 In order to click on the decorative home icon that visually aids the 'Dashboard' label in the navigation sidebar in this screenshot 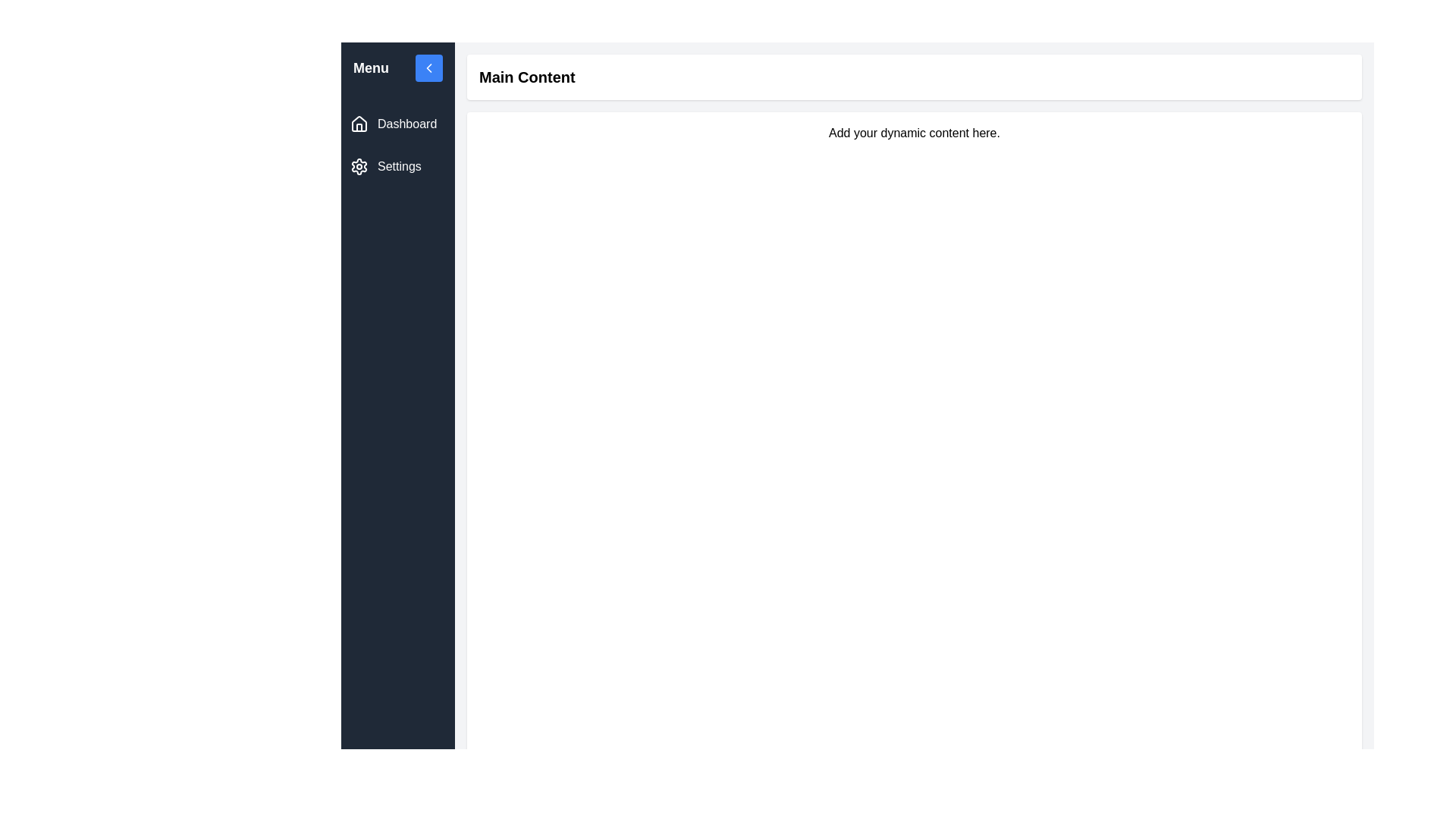, I will do `click(359, 122)`.